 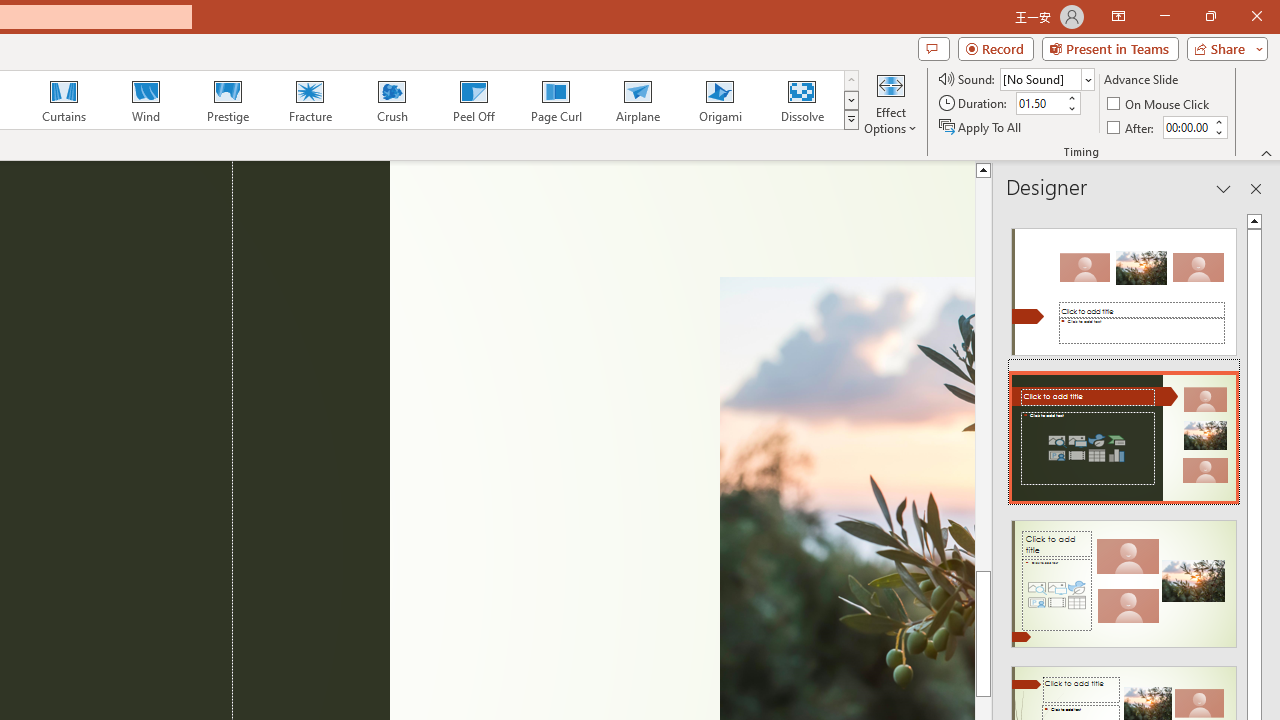 What do you see at coordinates (1217, 132) in the screenshot?
I see `'Less'` at bounding box center [1217, 132].